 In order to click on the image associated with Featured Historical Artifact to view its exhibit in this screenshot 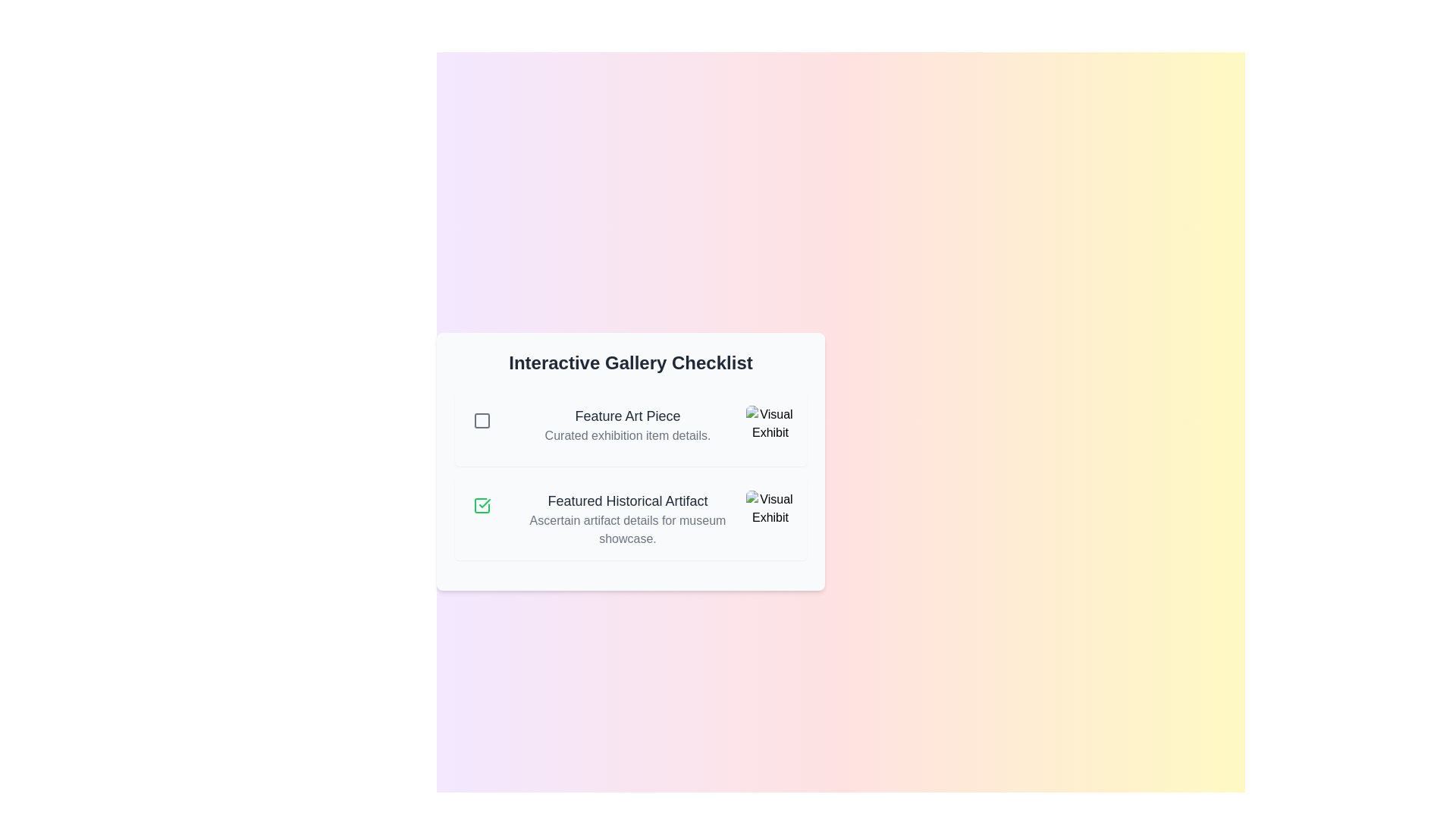, I will do `click(770, 513)`.